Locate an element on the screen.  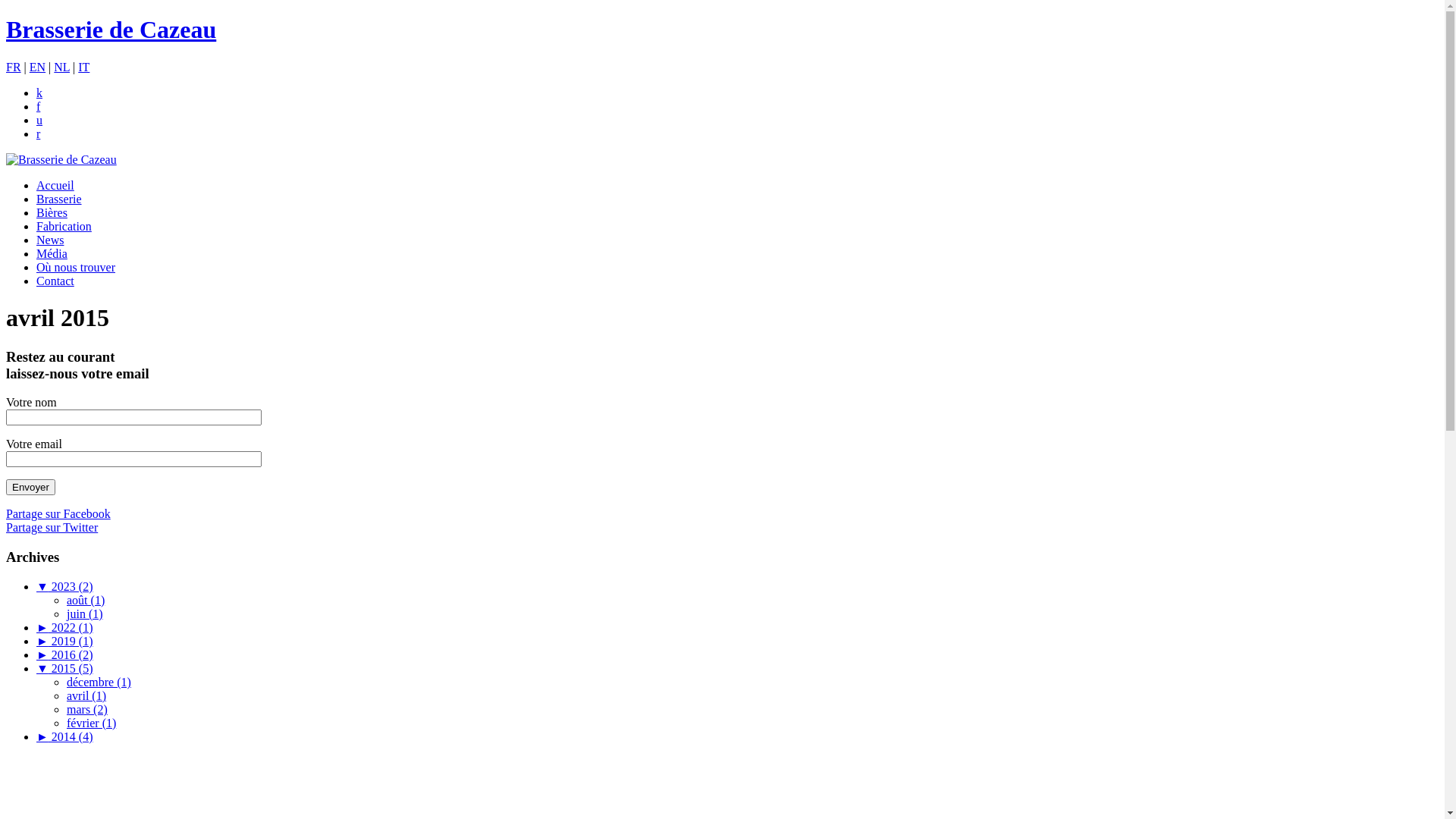
'Contact' is located at coordinates (55, 281).